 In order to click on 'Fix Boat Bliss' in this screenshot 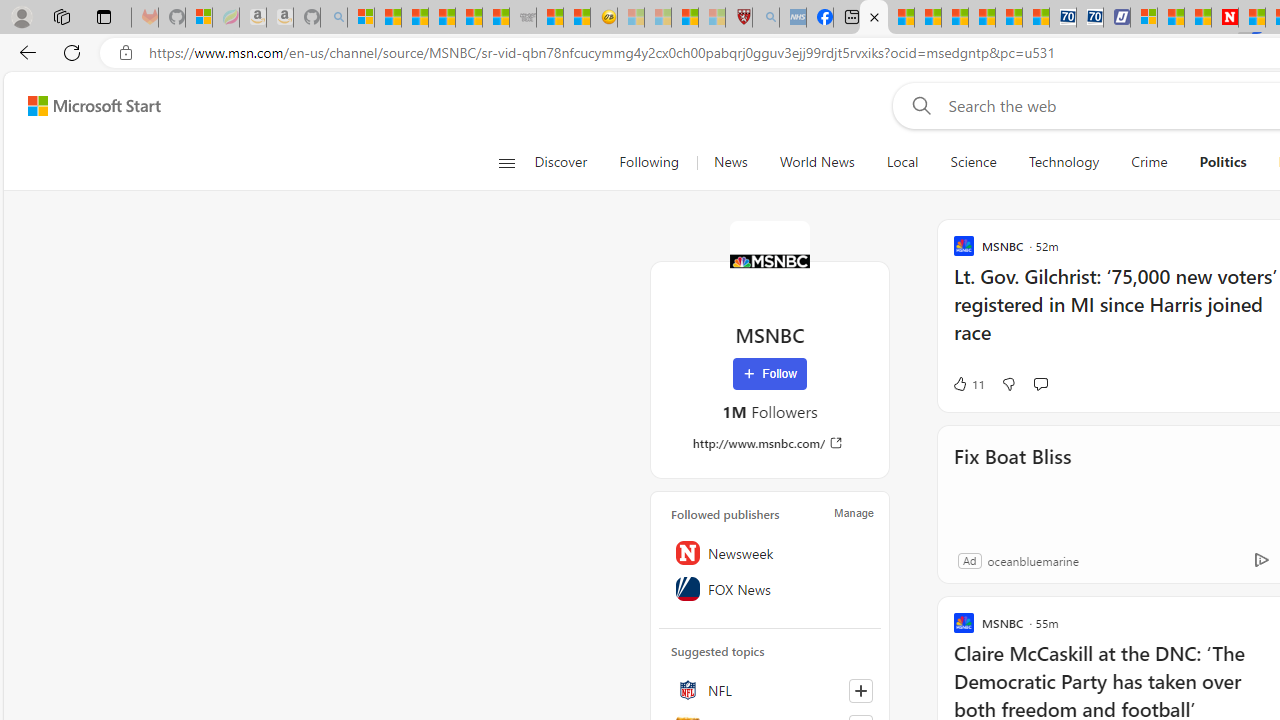, I will do `click(1013, 484)`.